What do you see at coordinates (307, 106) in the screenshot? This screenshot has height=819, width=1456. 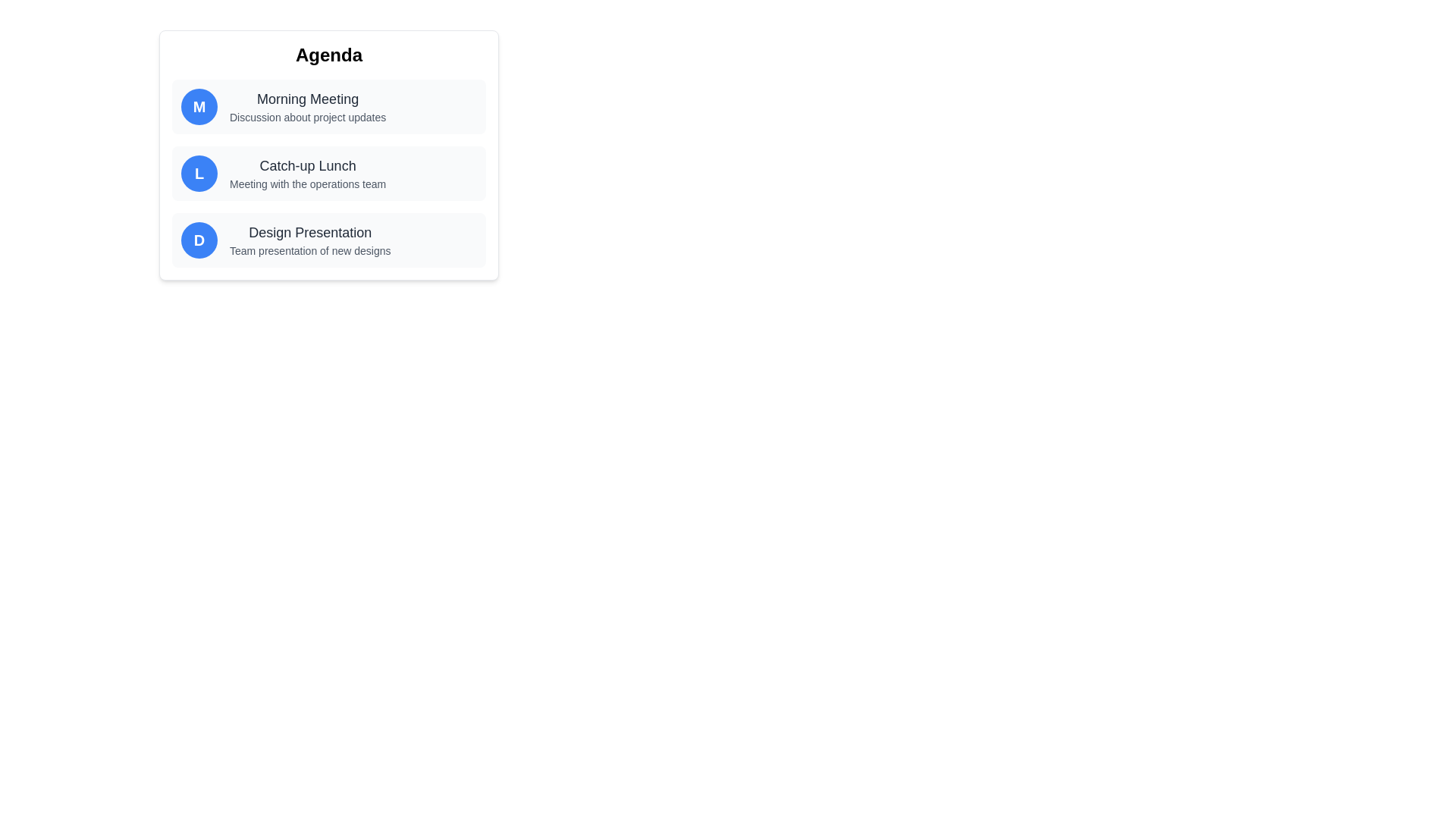 I see `the meeting entry text label located in the upper portion of the vertical list within the agenda card` at bounding box center [307, 106].